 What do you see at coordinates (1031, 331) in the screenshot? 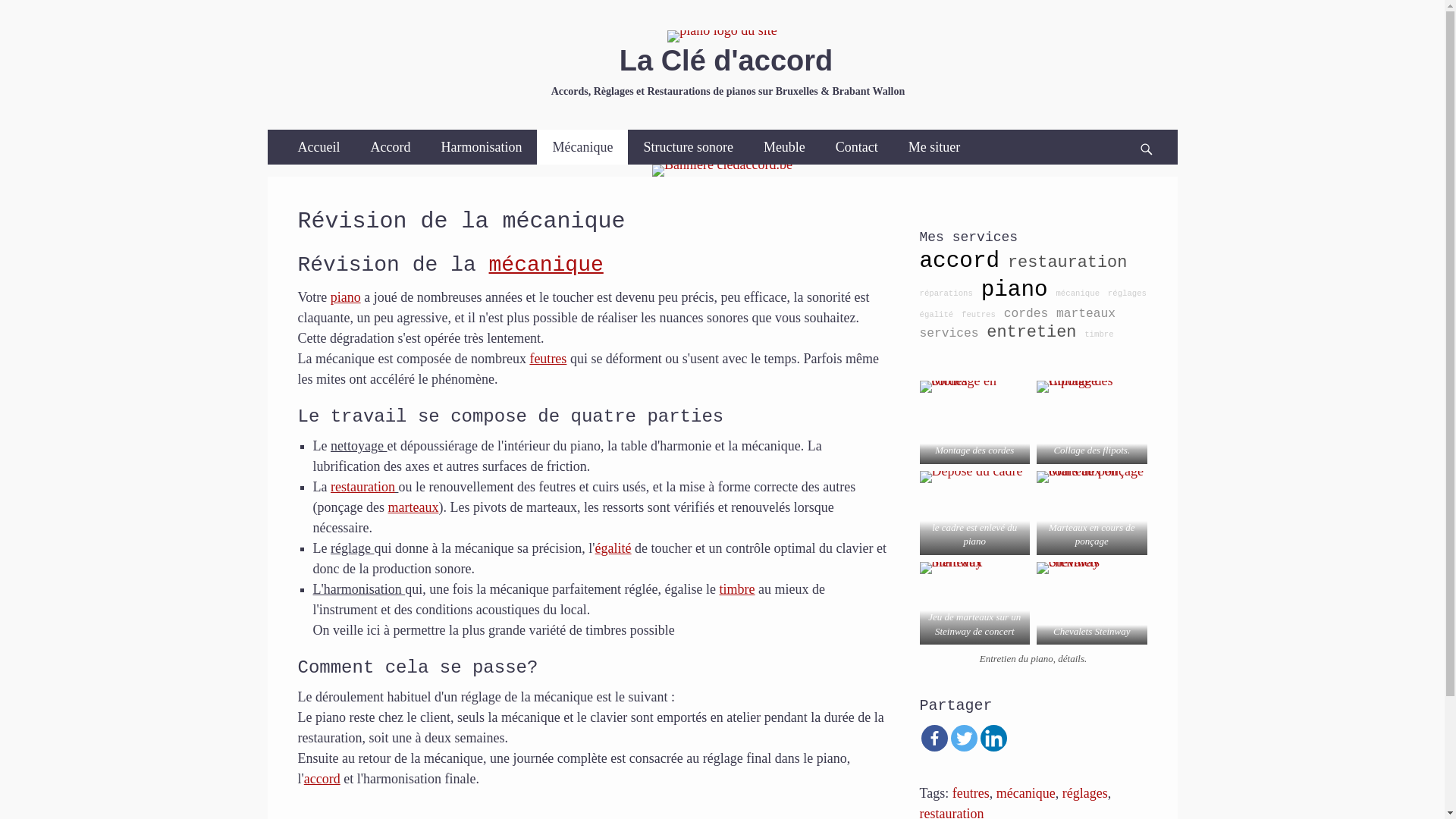
I see `'entretien'` at bounding box center [1031, 331].